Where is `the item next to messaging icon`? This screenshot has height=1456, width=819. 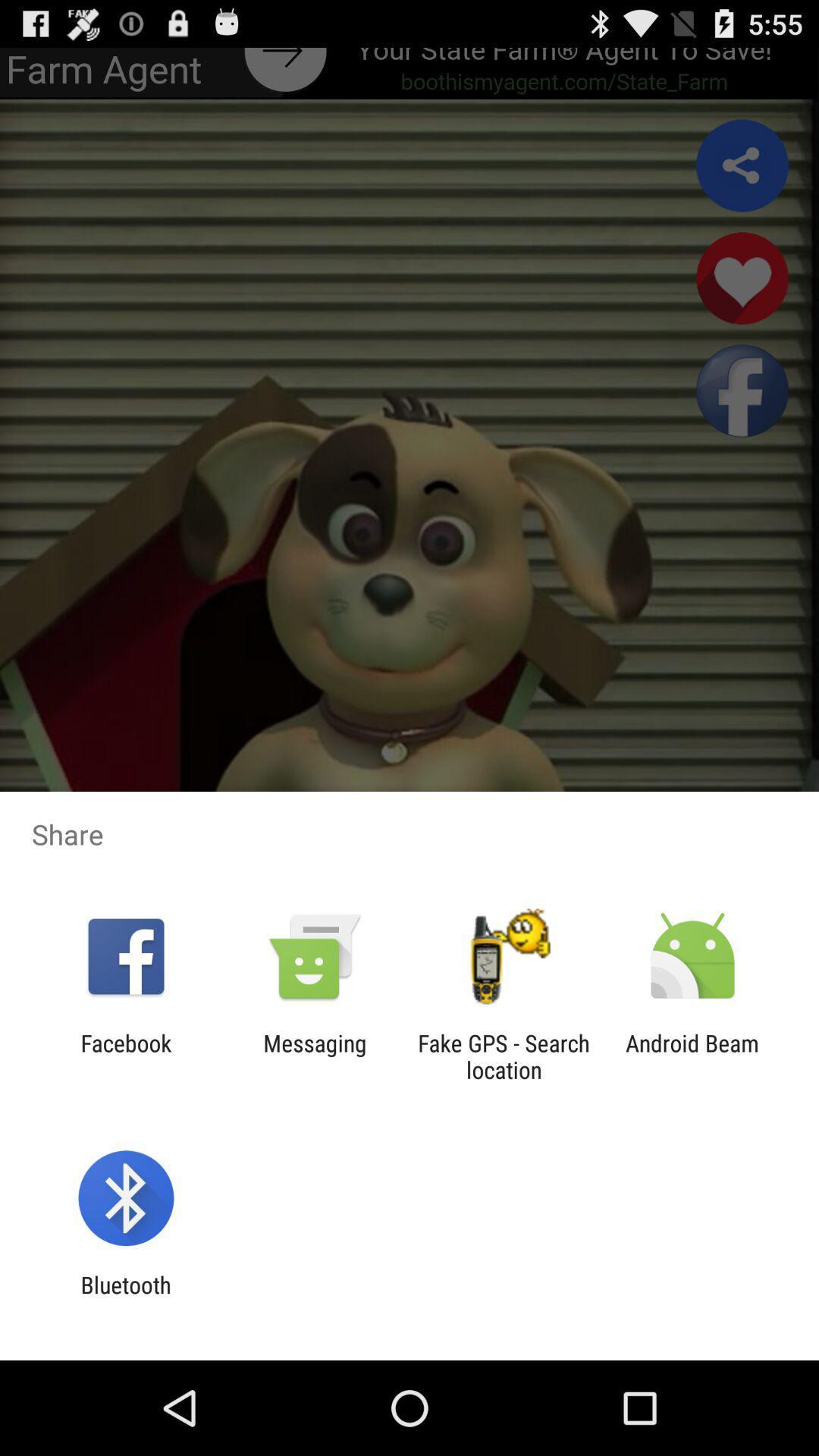
the item next to messaging icon is located at coordinates (504, 1056).